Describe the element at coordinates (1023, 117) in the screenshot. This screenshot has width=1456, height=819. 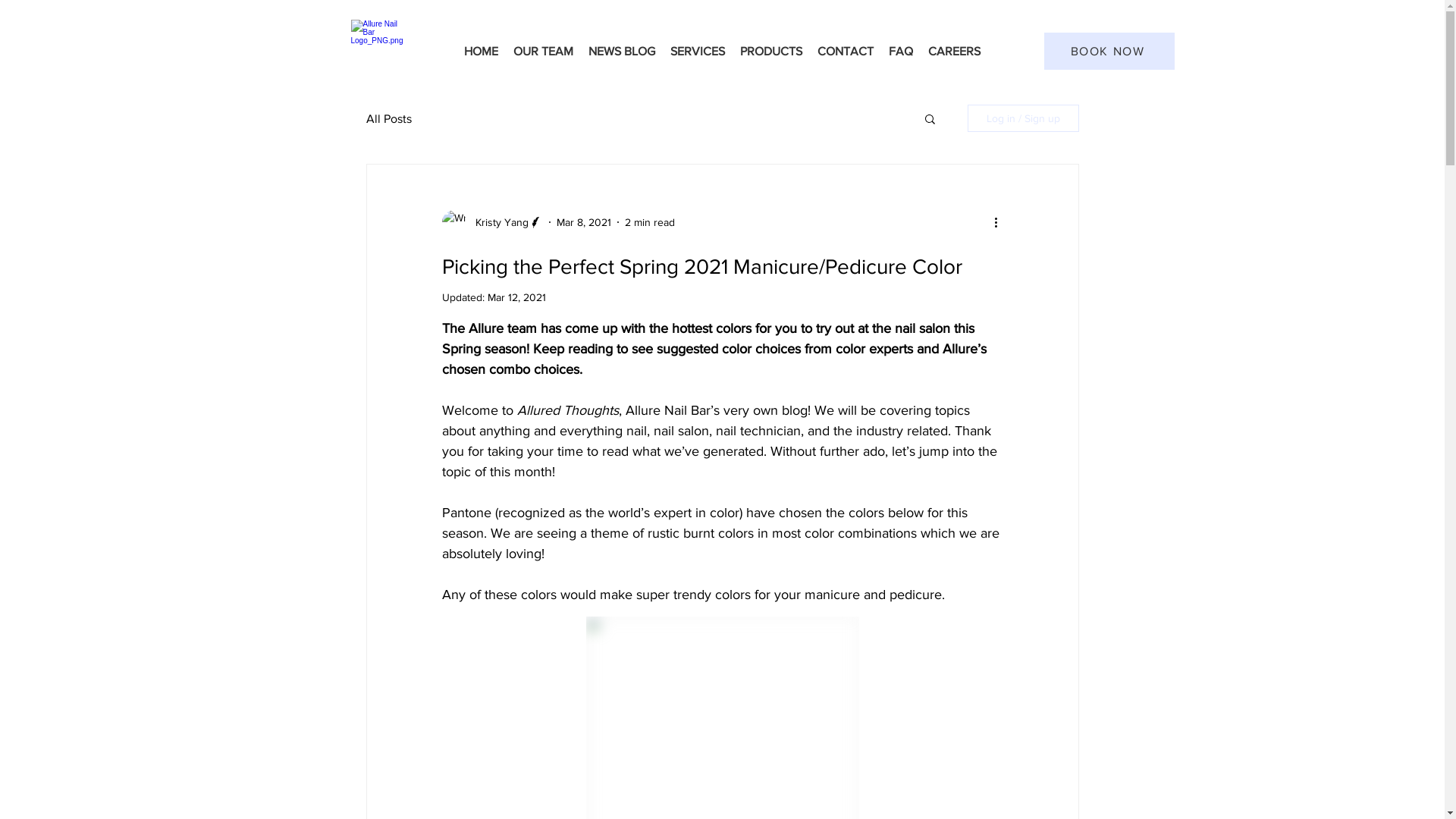
I see `'Log in / Sign up'` at that location.